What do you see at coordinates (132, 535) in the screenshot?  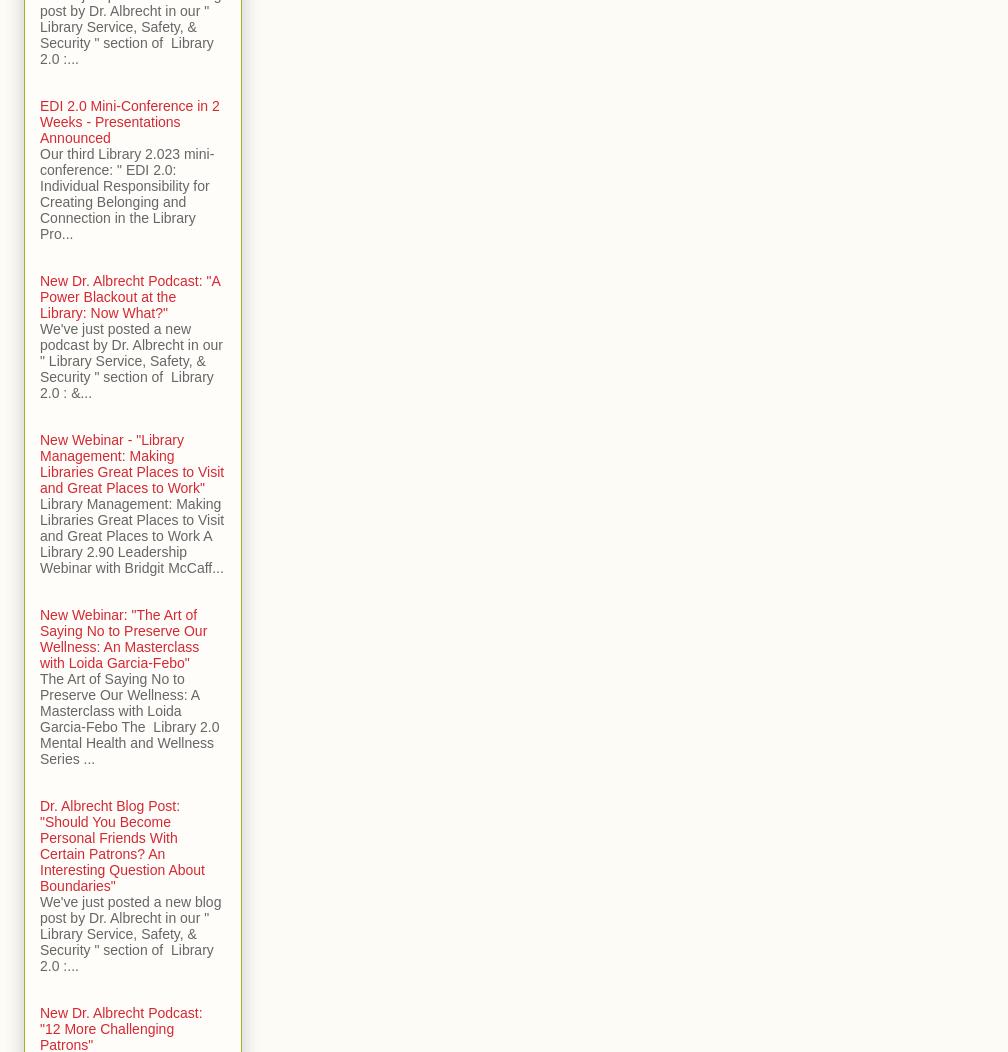 I see `'Library Management: Making Libraries Great Places to Visit and Great Places to Work   A Library 2.90 Leadership Webinar with Bridgit McCaff...'` at bounding box center [132, 535].